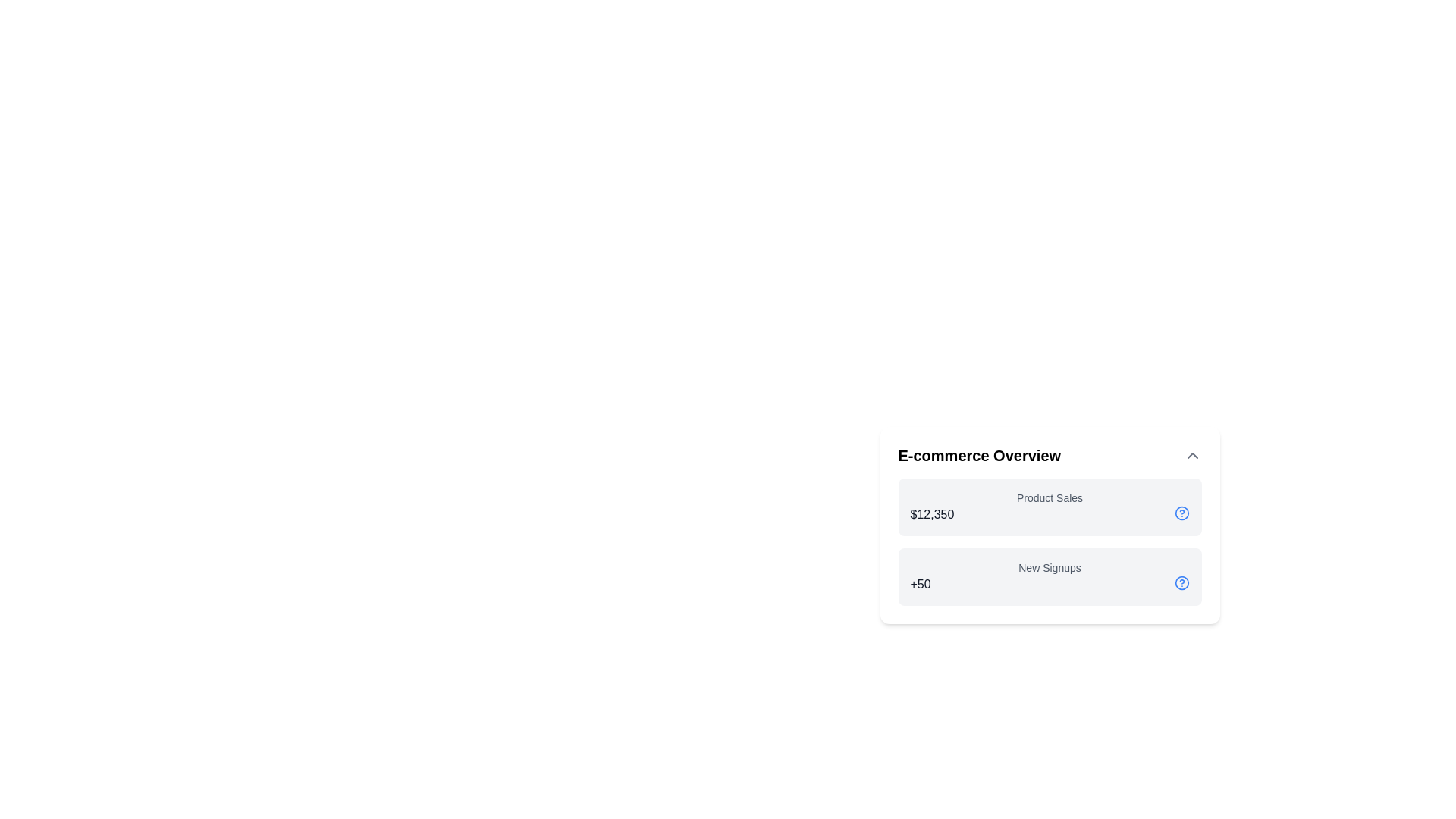 This screenshot has width=1456, height=819. Describe the element at coordinates (1049, 525) in the screenshot. I see `the rectangular panel with a white background labeled 'E-commerce Overview', which contains sections for 'Product Sales' and 'New Signups'` at that location.